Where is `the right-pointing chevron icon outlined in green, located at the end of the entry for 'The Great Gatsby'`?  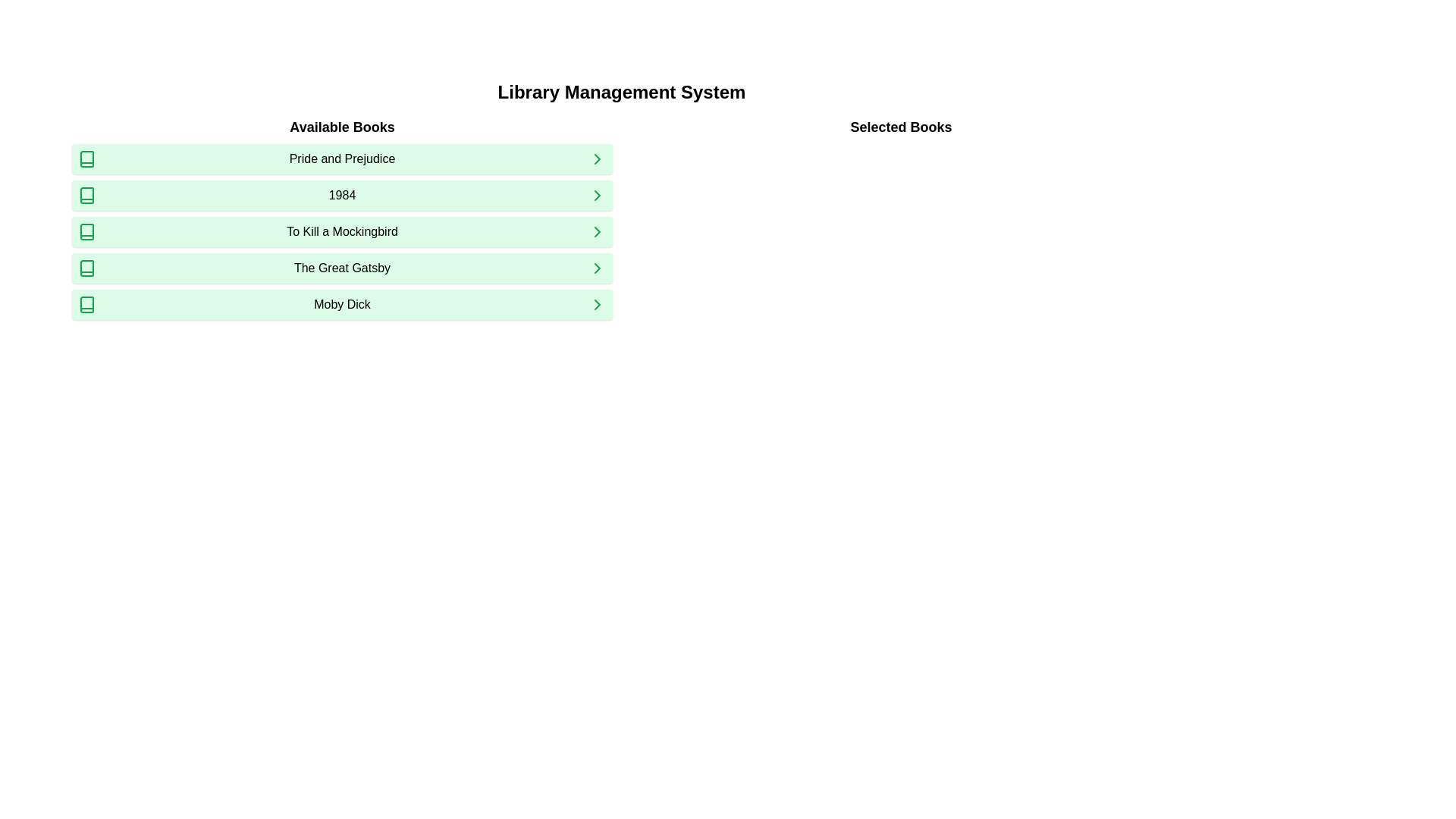
the right-pointing chevron icon outlined in green, located at the end of the entry for 'The Great Gatsby' is located at coordinates (596, 268).